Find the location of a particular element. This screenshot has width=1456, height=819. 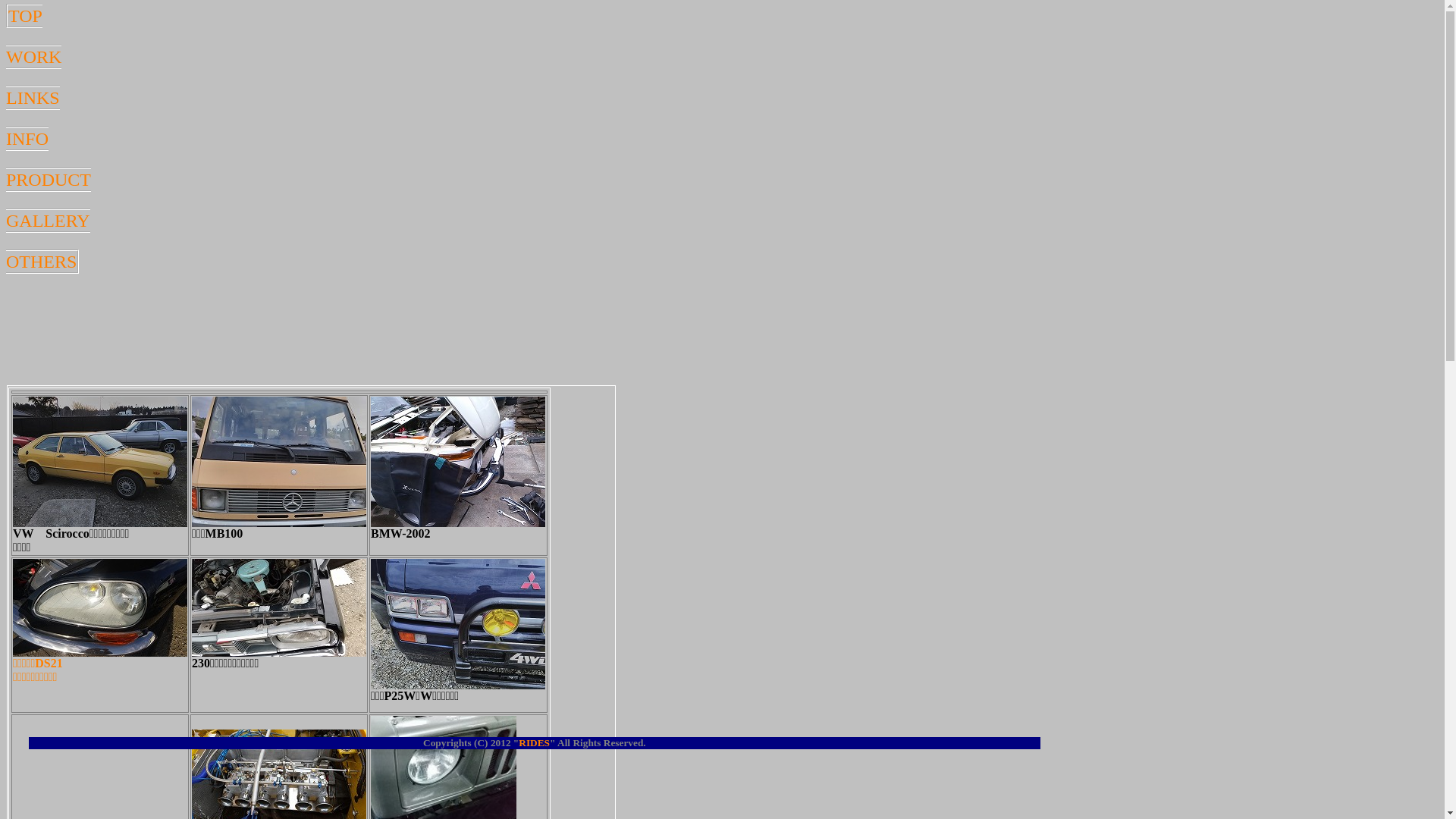

'INFO' is located at coordinates (6, 138).